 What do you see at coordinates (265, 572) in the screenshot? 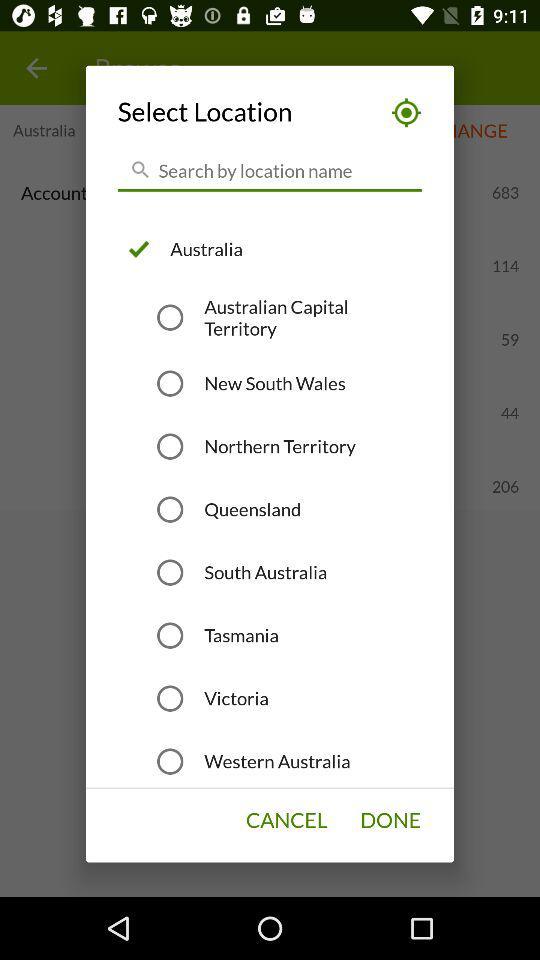
I see `south australia icon` at bounding box center [265, 572].